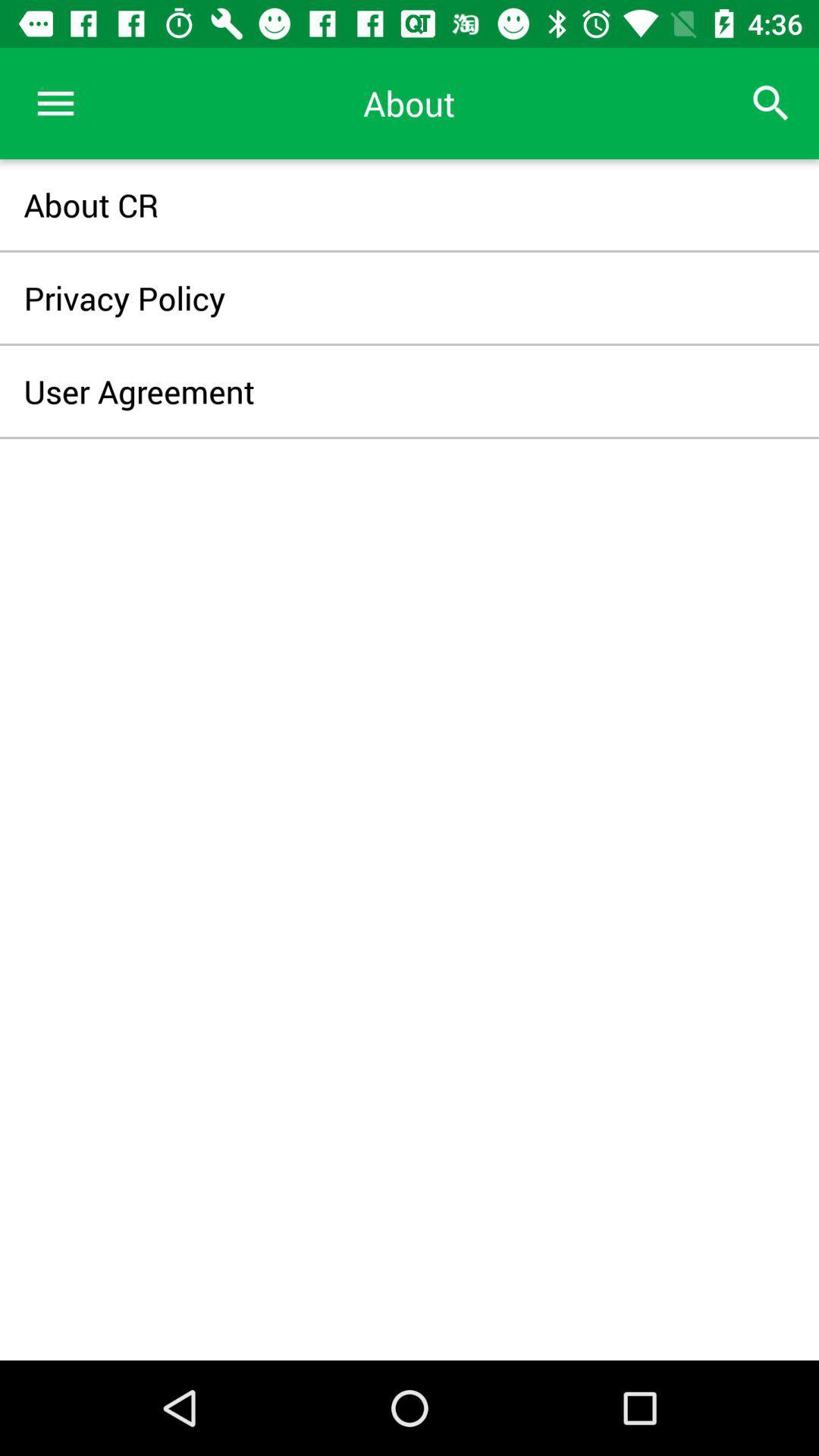 The image size is (819, 1456). What do you see at coordinates (771, 102) in the screenshot?
I see `icon at the top right corner` at bounding box center [771, 102].